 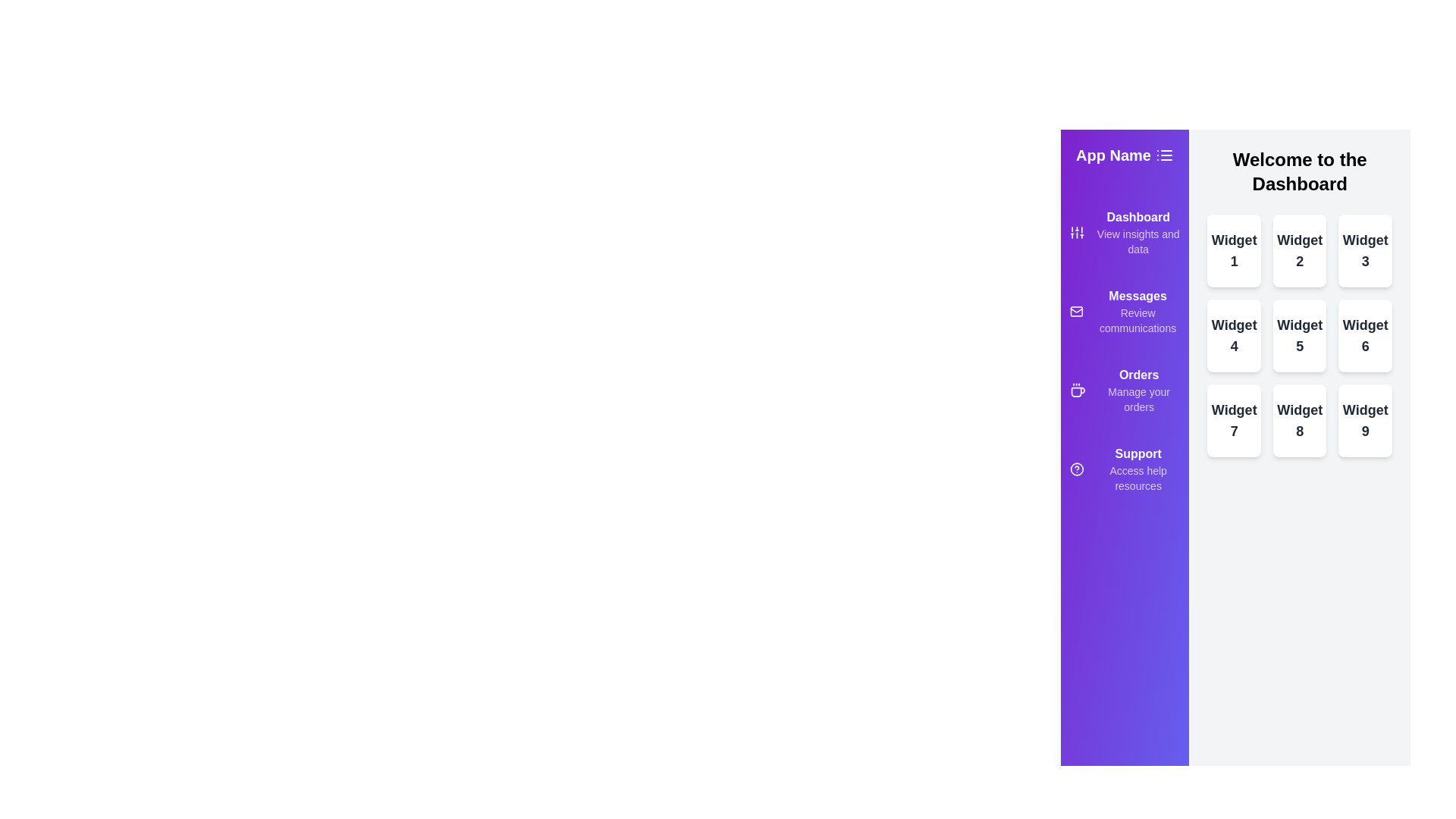 I want to click on the menu item Messages, so click(x=1125, y=311).